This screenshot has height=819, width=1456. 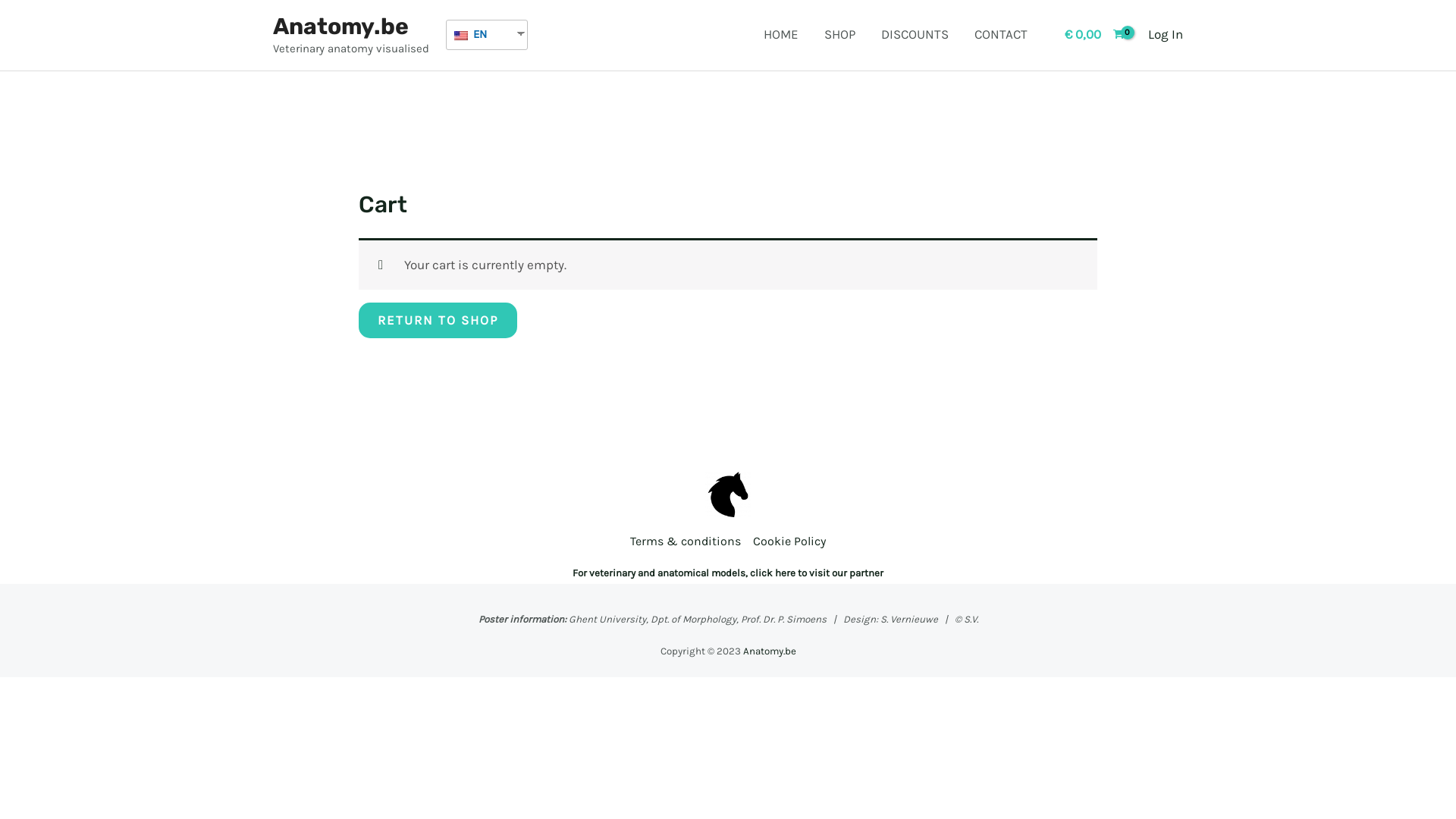 I want to click on 'Anatomy.be', so click(x=340, y=26).